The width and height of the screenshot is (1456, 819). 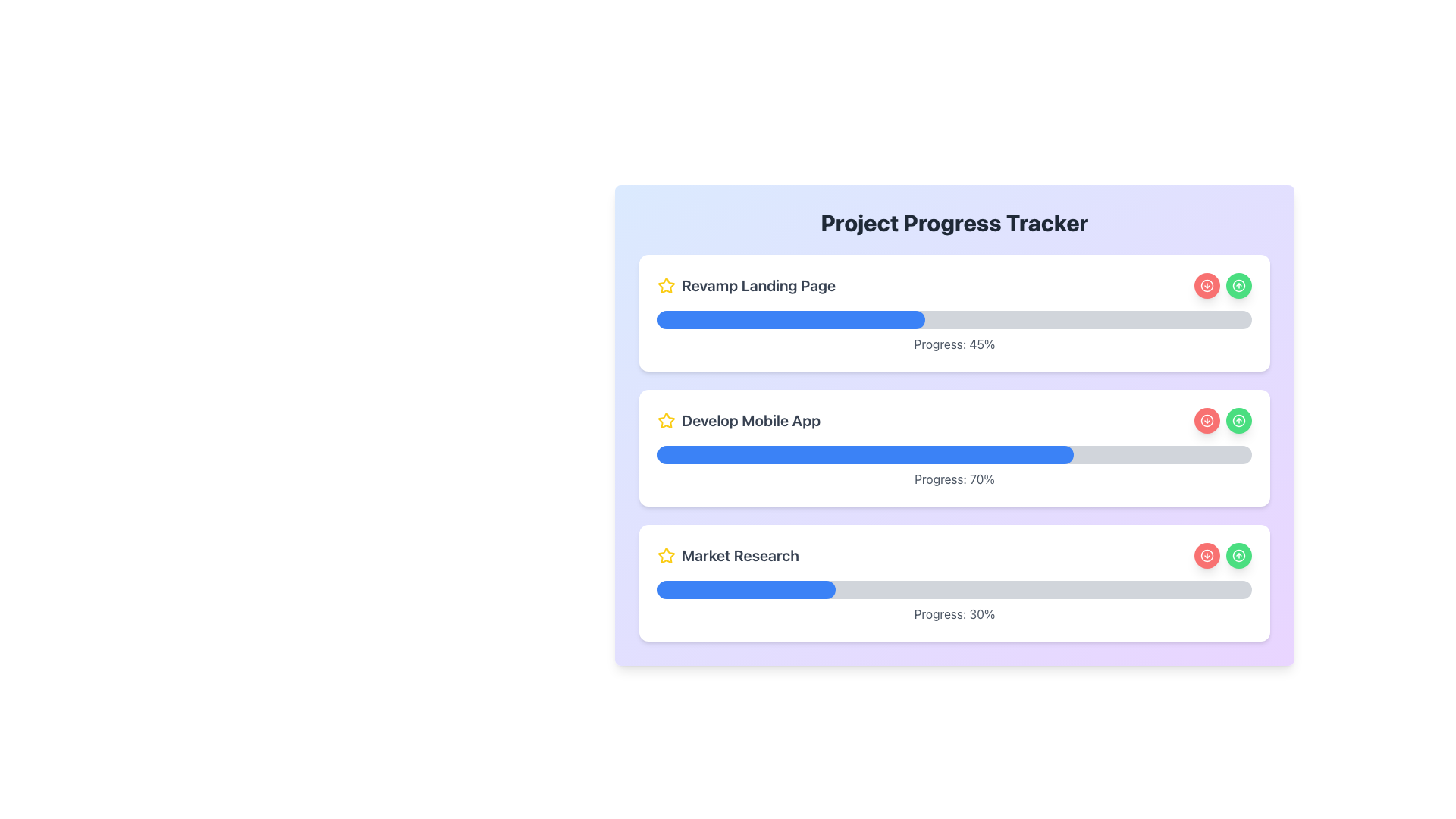 I want to click on the circular graphical component situated within the upward pointing arrow icon in the progress tracking interface for the 'Develop Mobile App' project, so click(x=1238, y=421).